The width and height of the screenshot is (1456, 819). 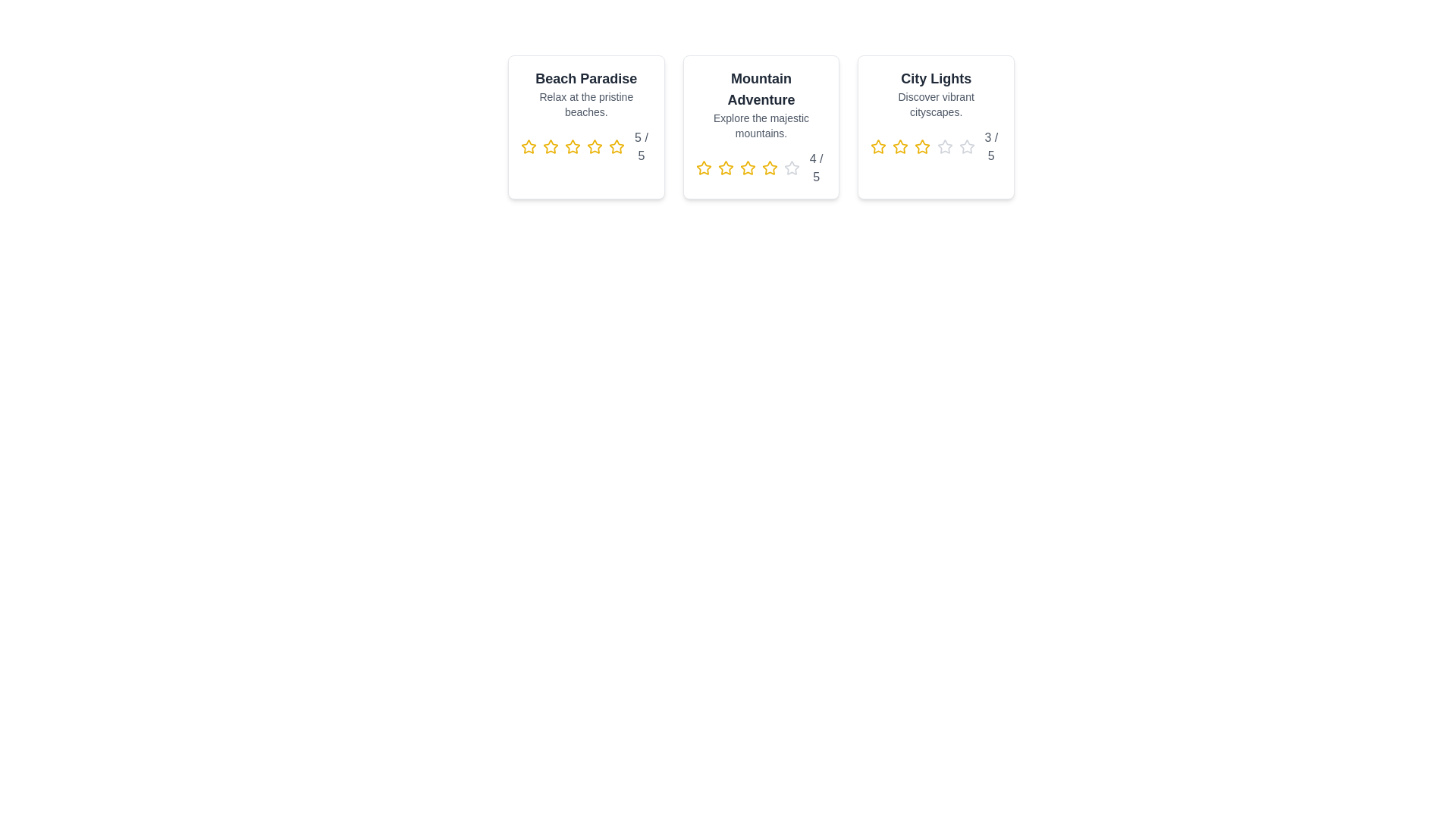 What do you see at coordinates (585, 104) in the screenshot?
I see `the description of the destination Beach Paradise` at bounding box center [585, 104].